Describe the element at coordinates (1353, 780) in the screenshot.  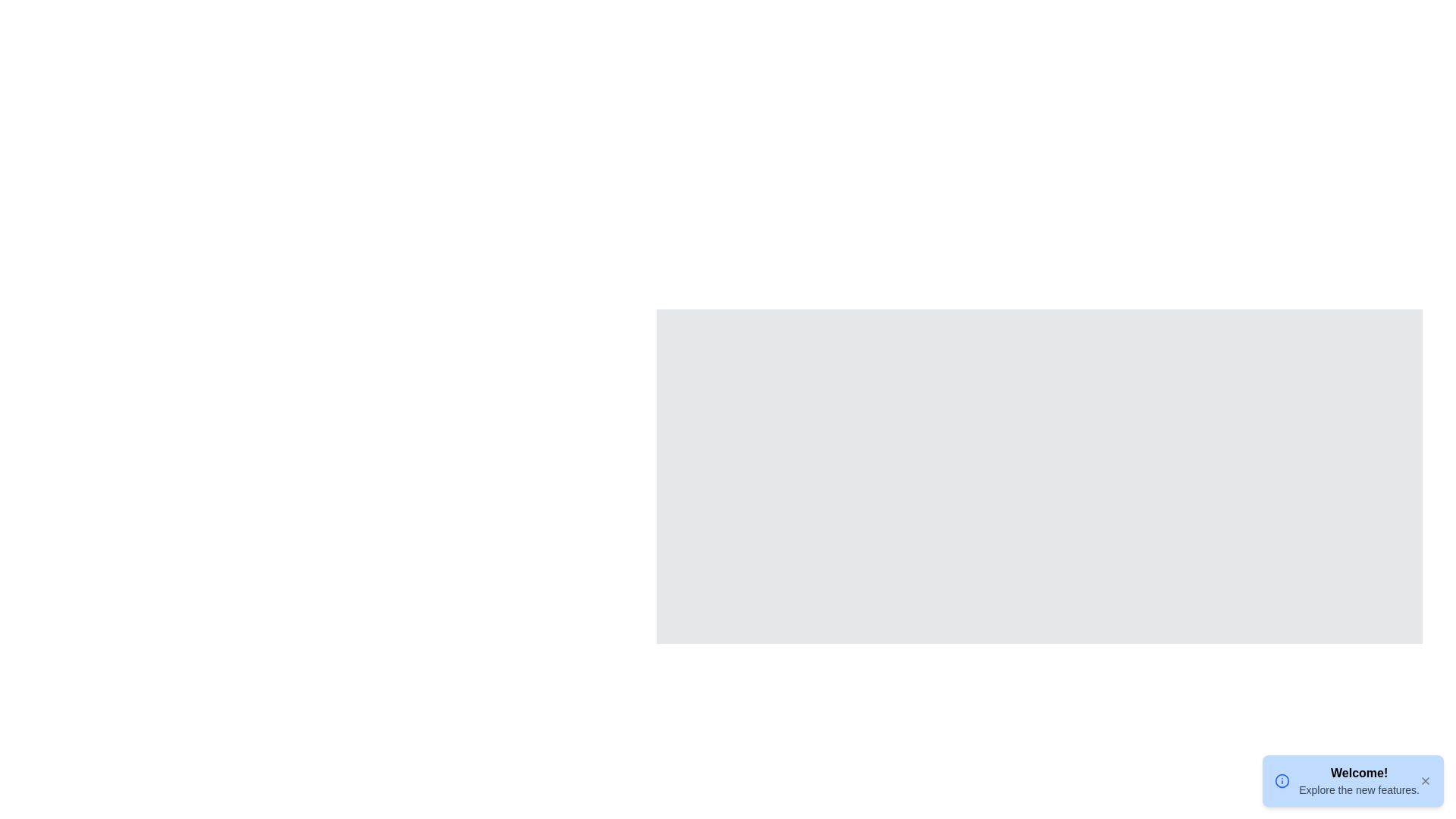
I see `message content from the Notification box that has a light blue background, bold text 'Welcome!', and smaller text 'Explore the new features.'` at that location.